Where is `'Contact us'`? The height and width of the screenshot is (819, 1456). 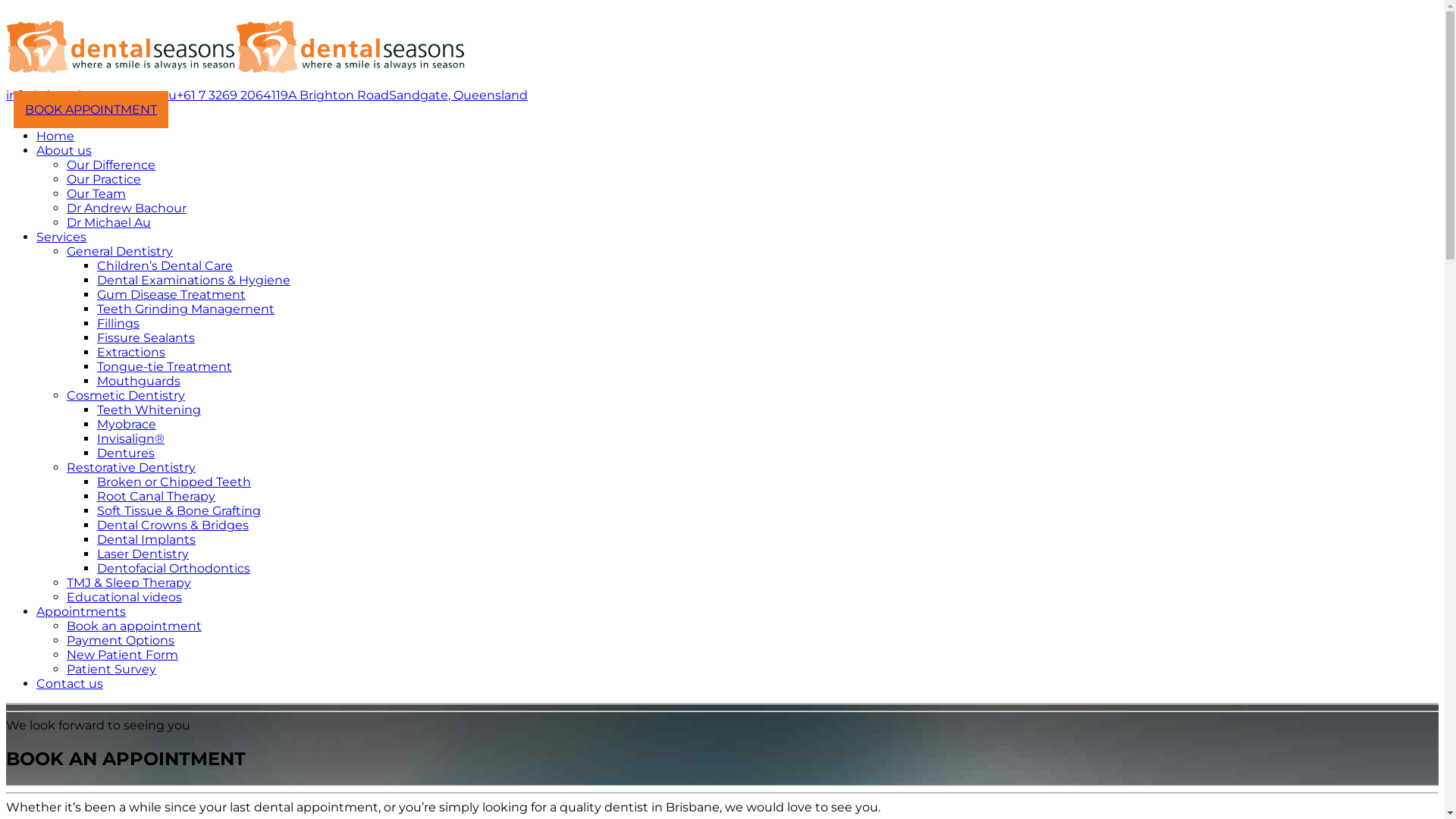 'Contact us' is located at coordinates (68, 683).